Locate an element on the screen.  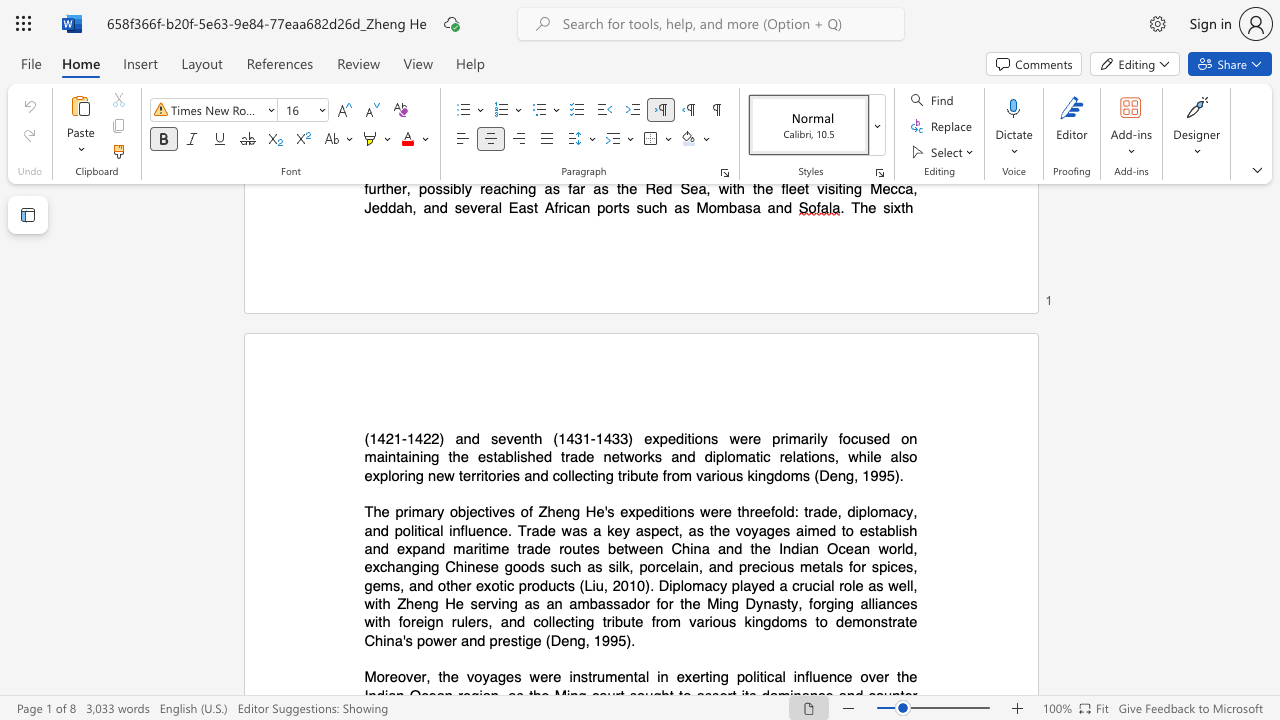
the subset text "ob" within the text "objectives" is located at coordinates (448, 511).